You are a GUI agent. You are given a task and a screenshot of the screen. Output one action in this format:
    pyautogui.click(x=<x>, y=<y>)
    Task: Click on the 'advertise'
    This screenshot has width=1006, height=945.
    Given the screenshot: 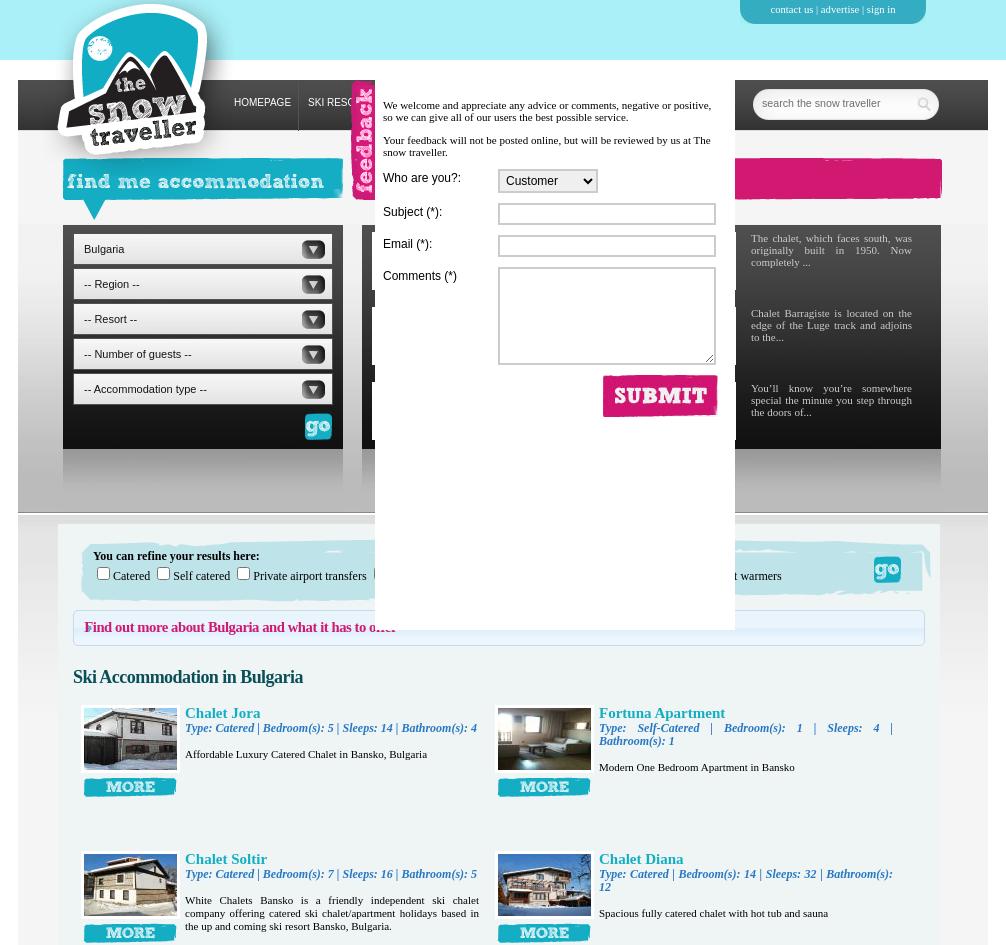 What is the action you would take?
    pyautogui.click(x=838, y=9)
    